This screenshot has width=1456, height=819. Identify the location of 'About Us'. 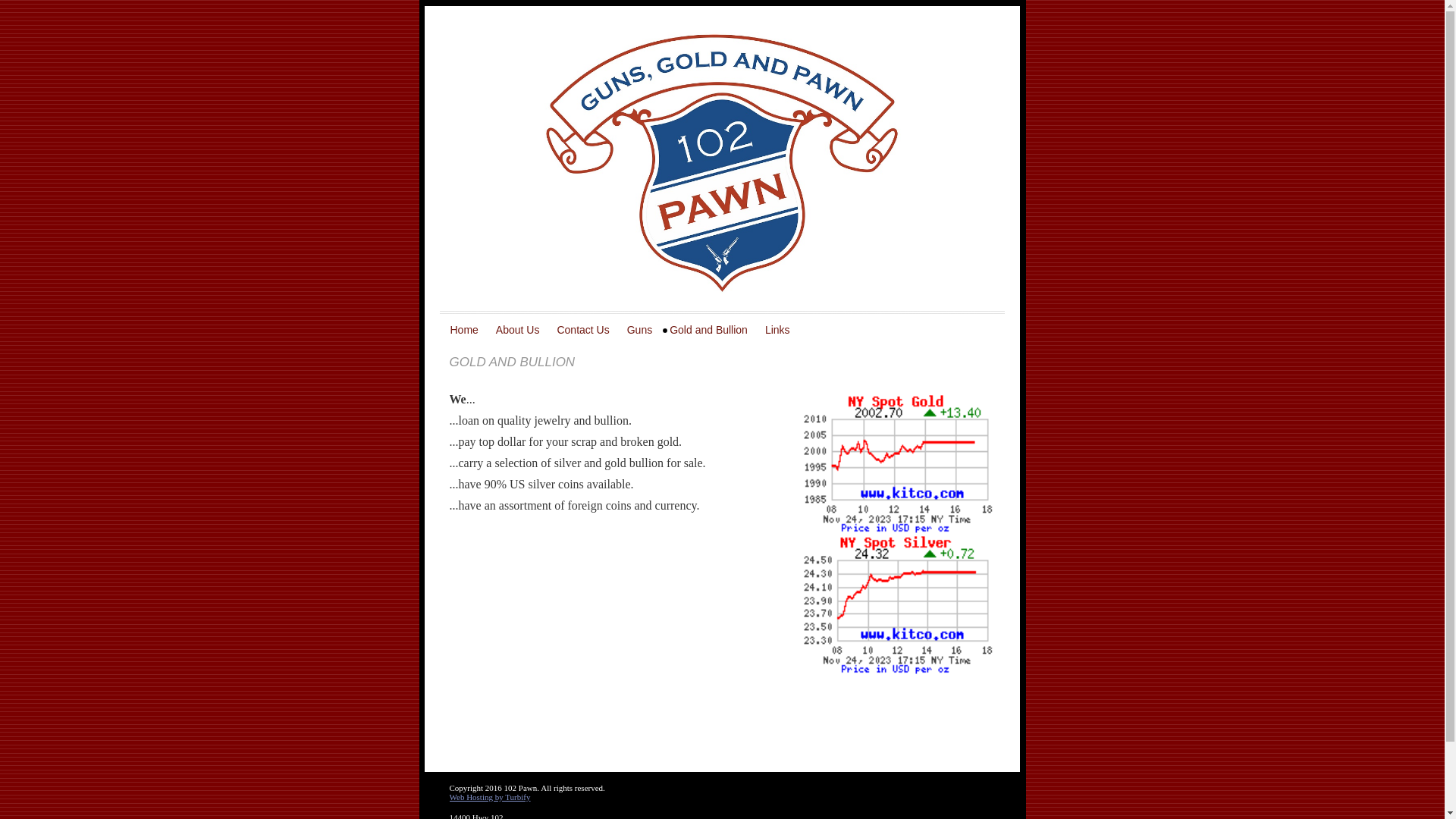
(488, 329).